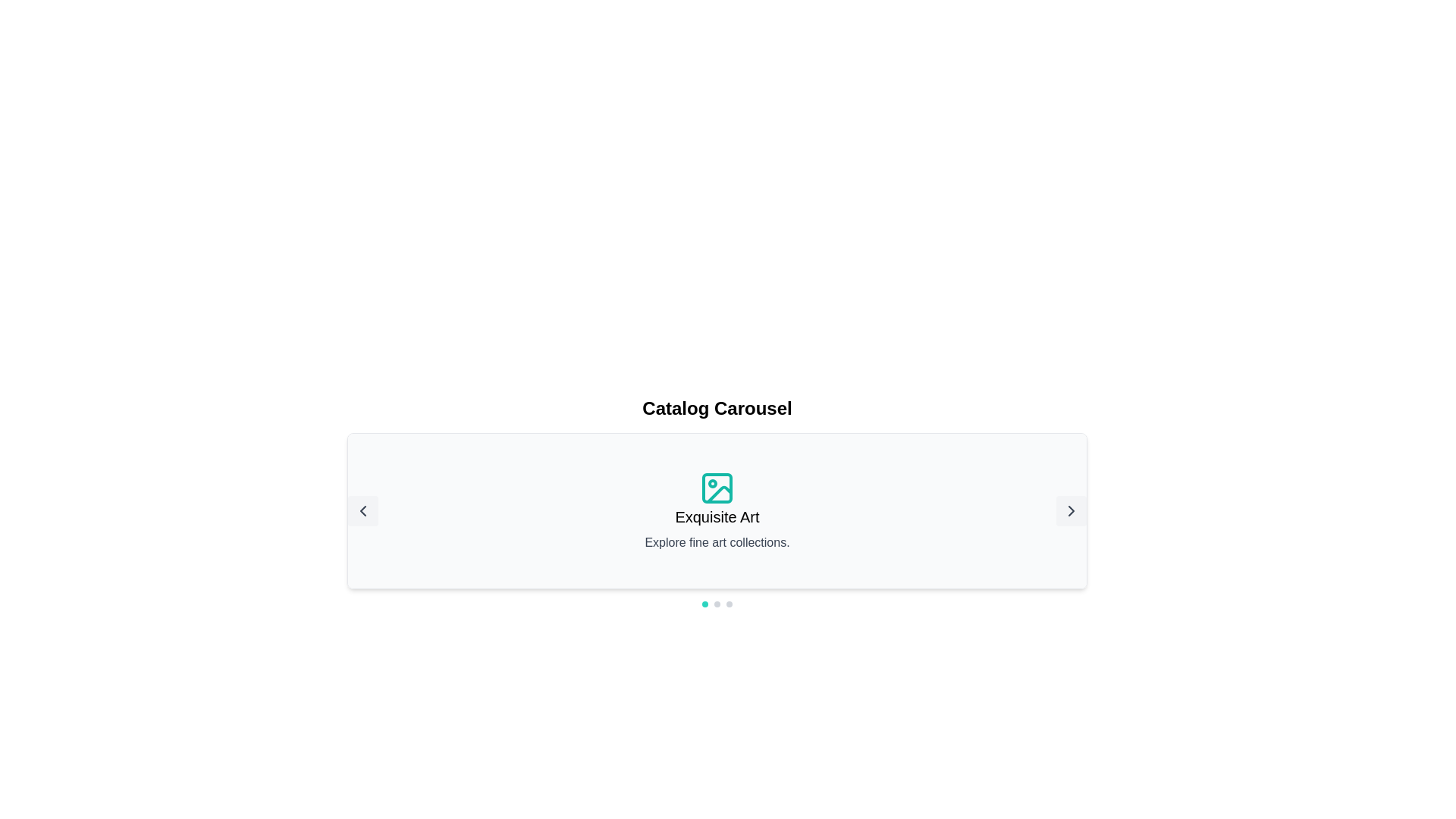 This screenshot has height=819, width=1456. Describe the element at coordinates (362, 511) in the screenshot. I see `the Chevron Icon inside the Navigation Button located on the left side of the carousel component` at that location.